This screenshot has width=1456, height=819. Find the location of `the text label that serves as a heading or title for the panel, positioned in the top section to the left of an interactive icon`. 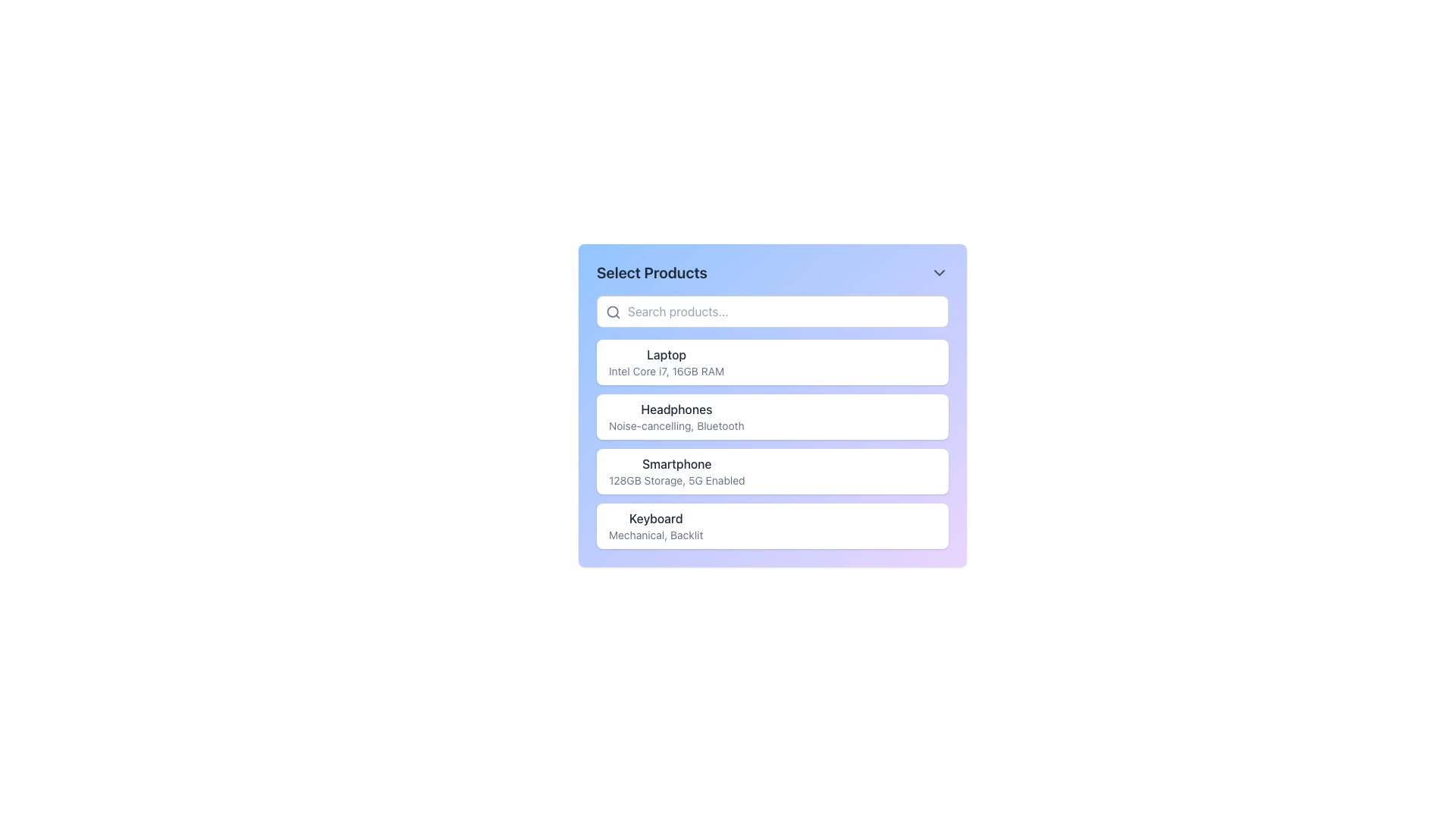

the text label that serves as a heading or title for the panel, positioned in the top section to the left of an interactive icon is located at coordinates (651, 271).